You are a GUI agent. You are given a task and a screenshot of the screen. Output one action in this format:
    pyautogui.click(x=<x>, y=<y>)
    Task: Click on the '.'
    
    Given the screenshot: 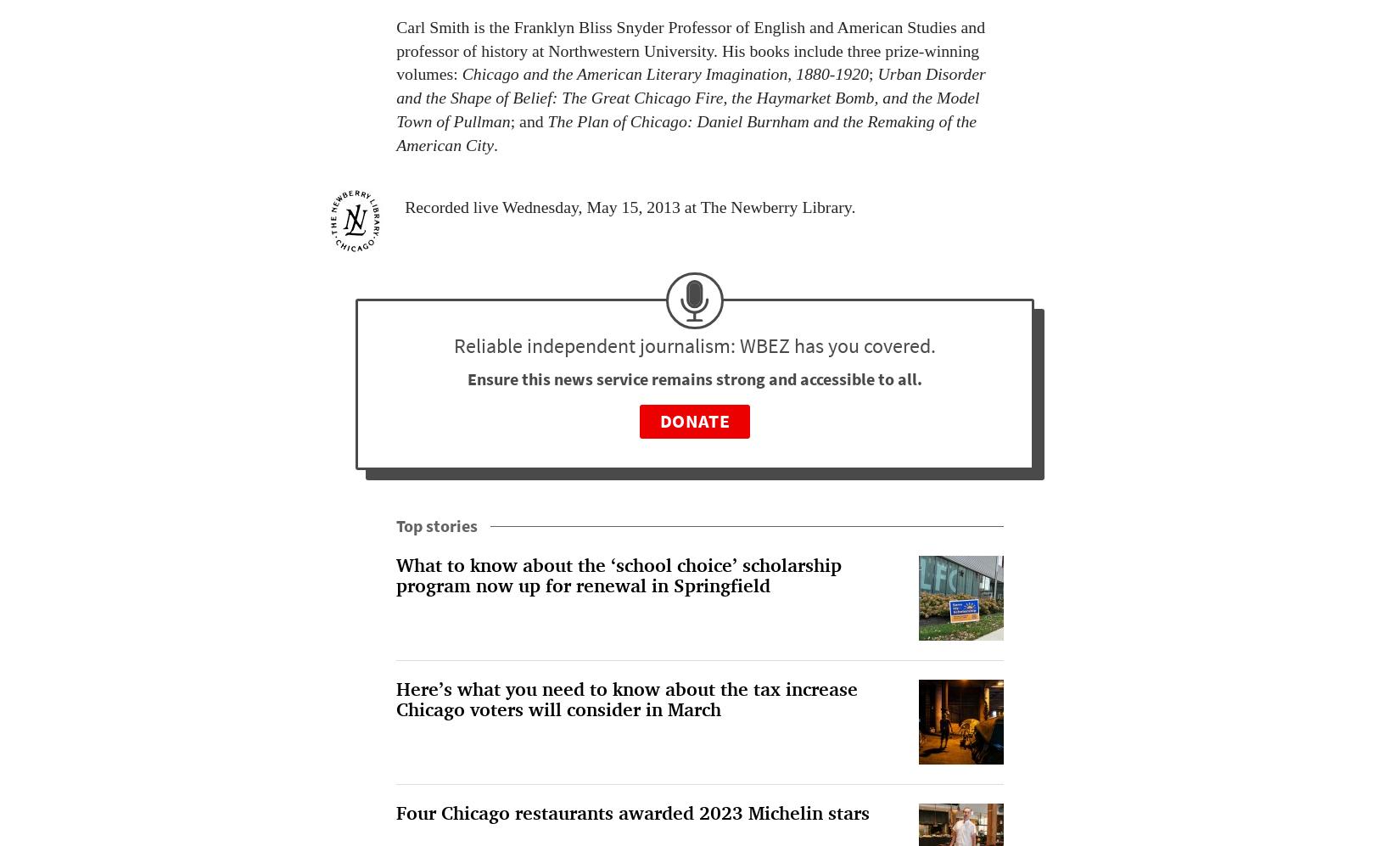 What is the action you would take?
    pyautogui.click(x=494, y=143)
    